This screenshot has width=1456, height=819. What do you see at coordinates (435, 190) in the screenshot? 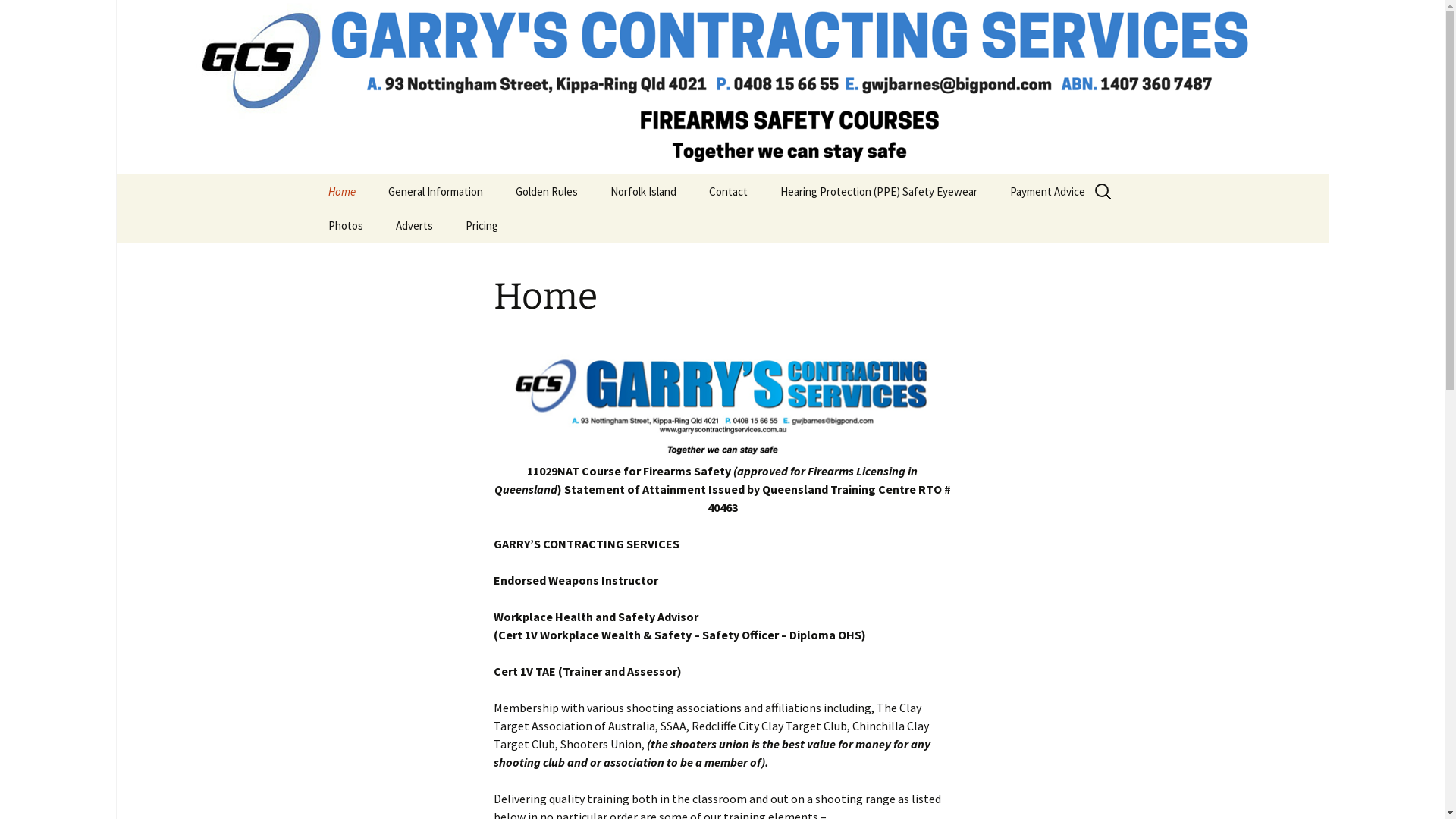
I see `'General Information'` at bounding box center [435, 190].